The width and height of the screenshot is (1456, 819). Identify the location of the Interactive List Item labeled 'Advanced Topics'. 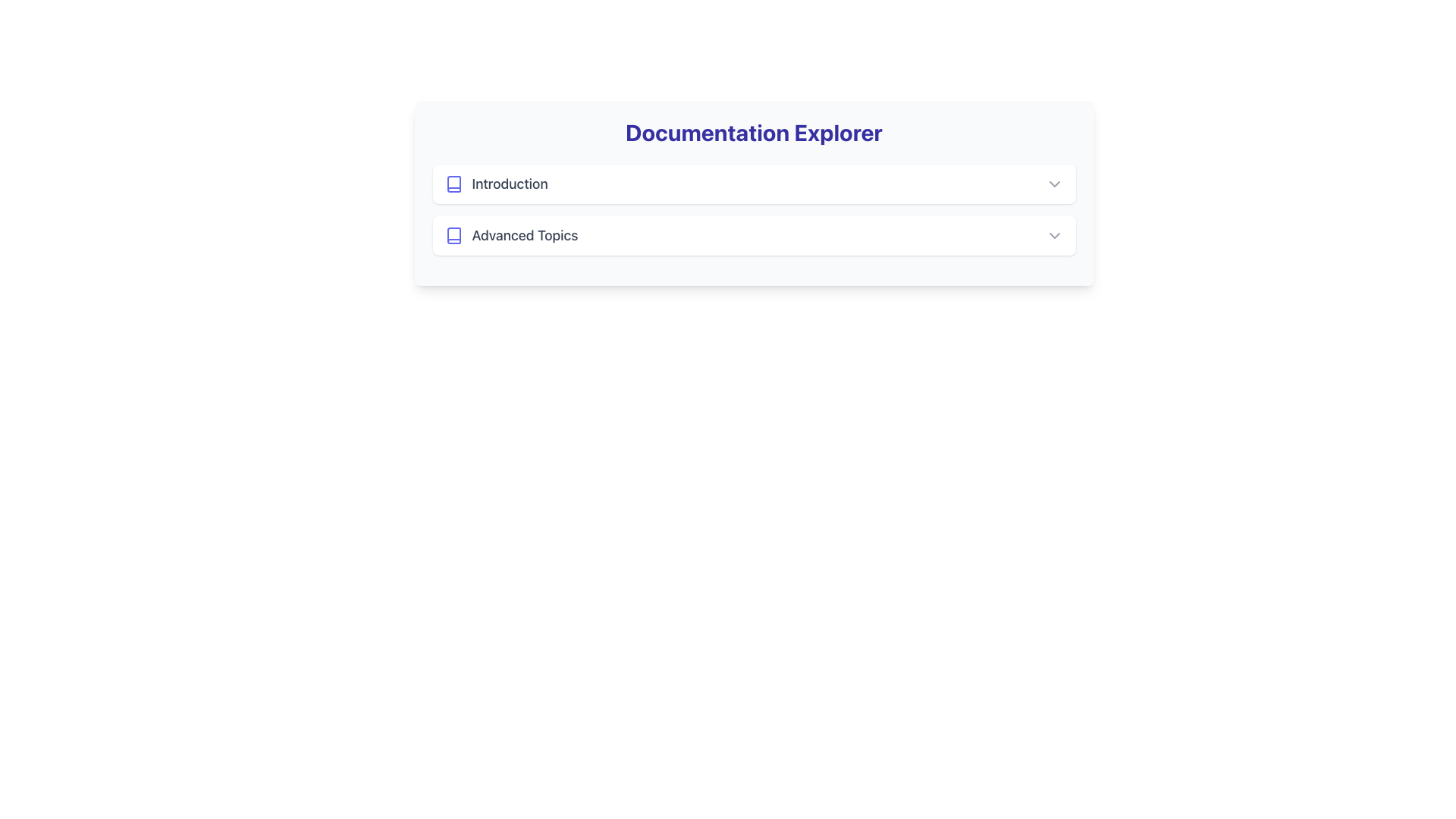
(754, 236).